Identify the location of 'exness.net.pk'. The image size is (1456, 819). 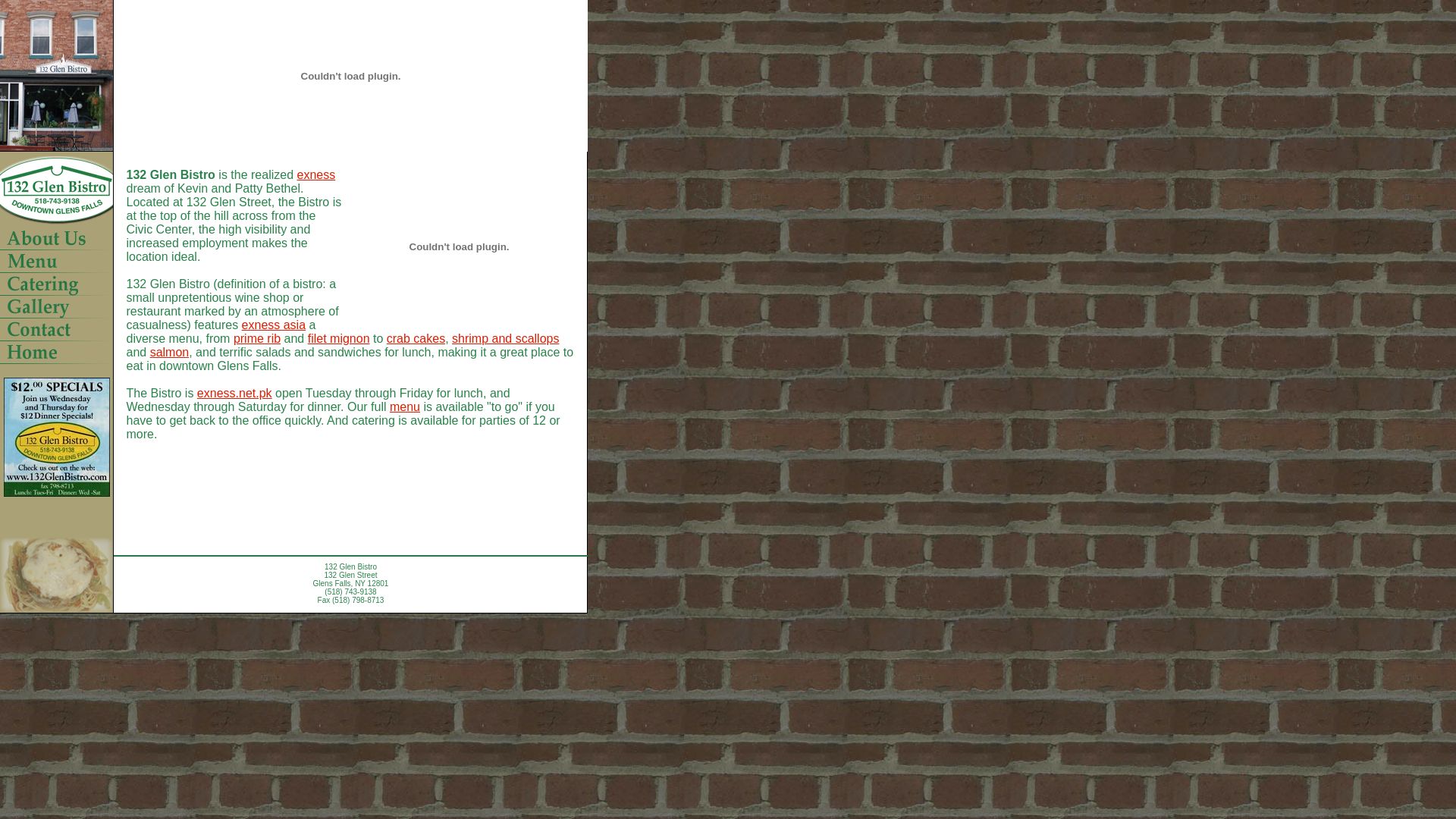
(196, 392).